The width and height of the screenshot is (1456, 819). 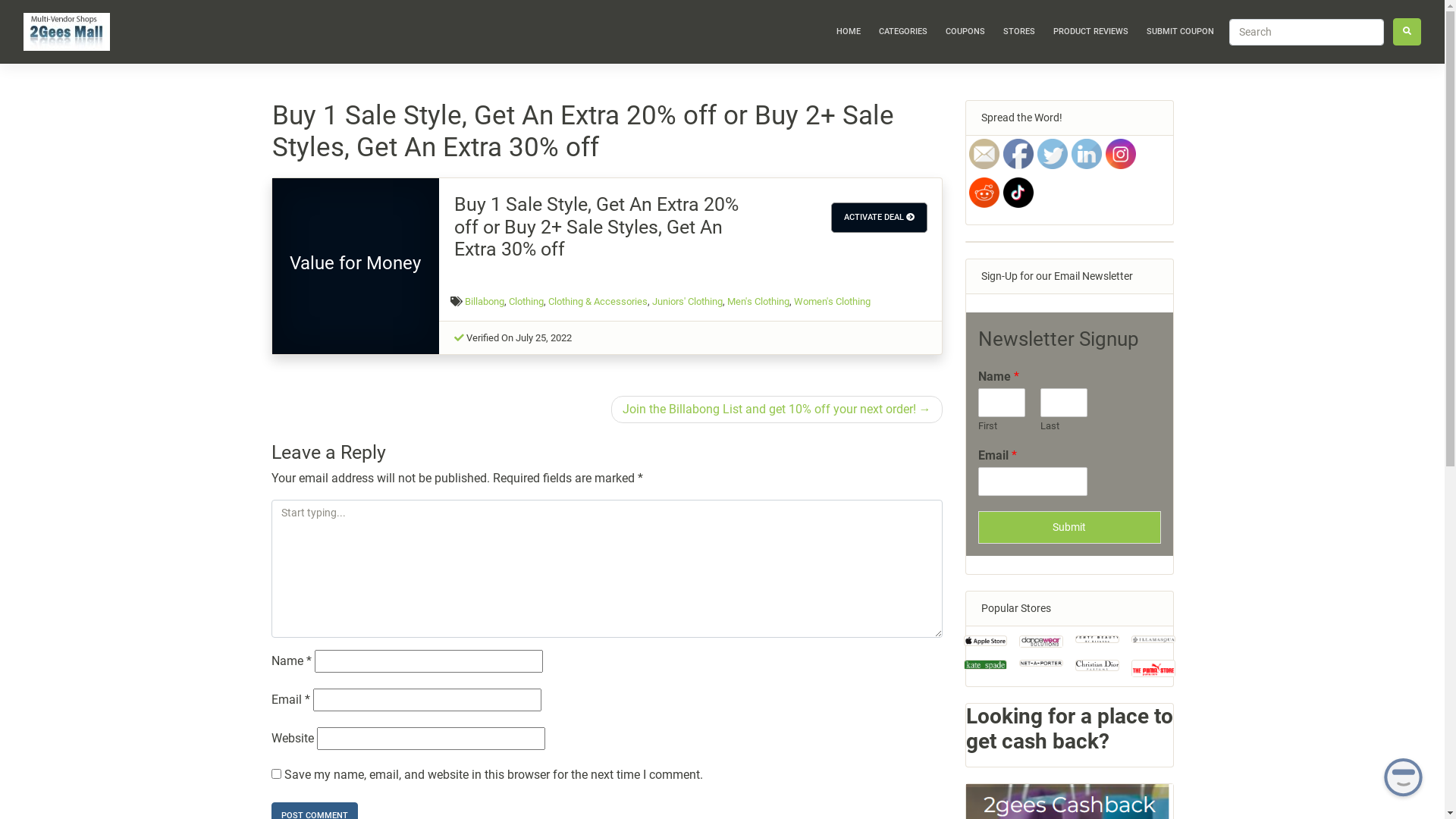 I want to click on 'COUPONS', so click(x=964, y=32).